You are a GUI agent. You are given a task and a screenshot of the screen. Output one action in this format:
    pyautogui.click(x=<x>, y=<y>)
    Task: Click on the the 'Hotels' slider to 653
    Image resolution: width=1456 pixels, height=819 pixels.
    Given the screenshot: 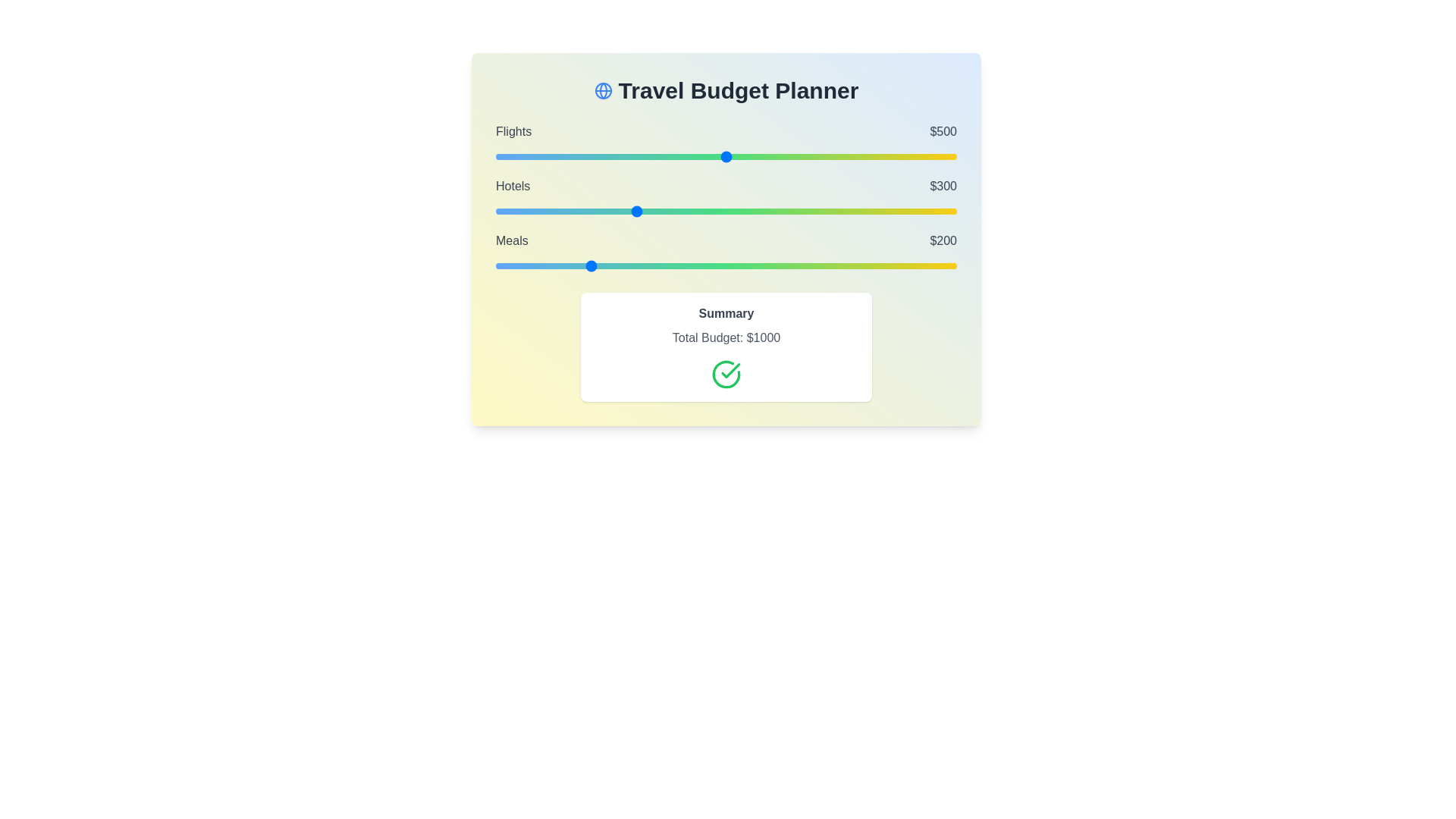 What is the action you would take?
    pyautogui.click(x=796, y=211)
    